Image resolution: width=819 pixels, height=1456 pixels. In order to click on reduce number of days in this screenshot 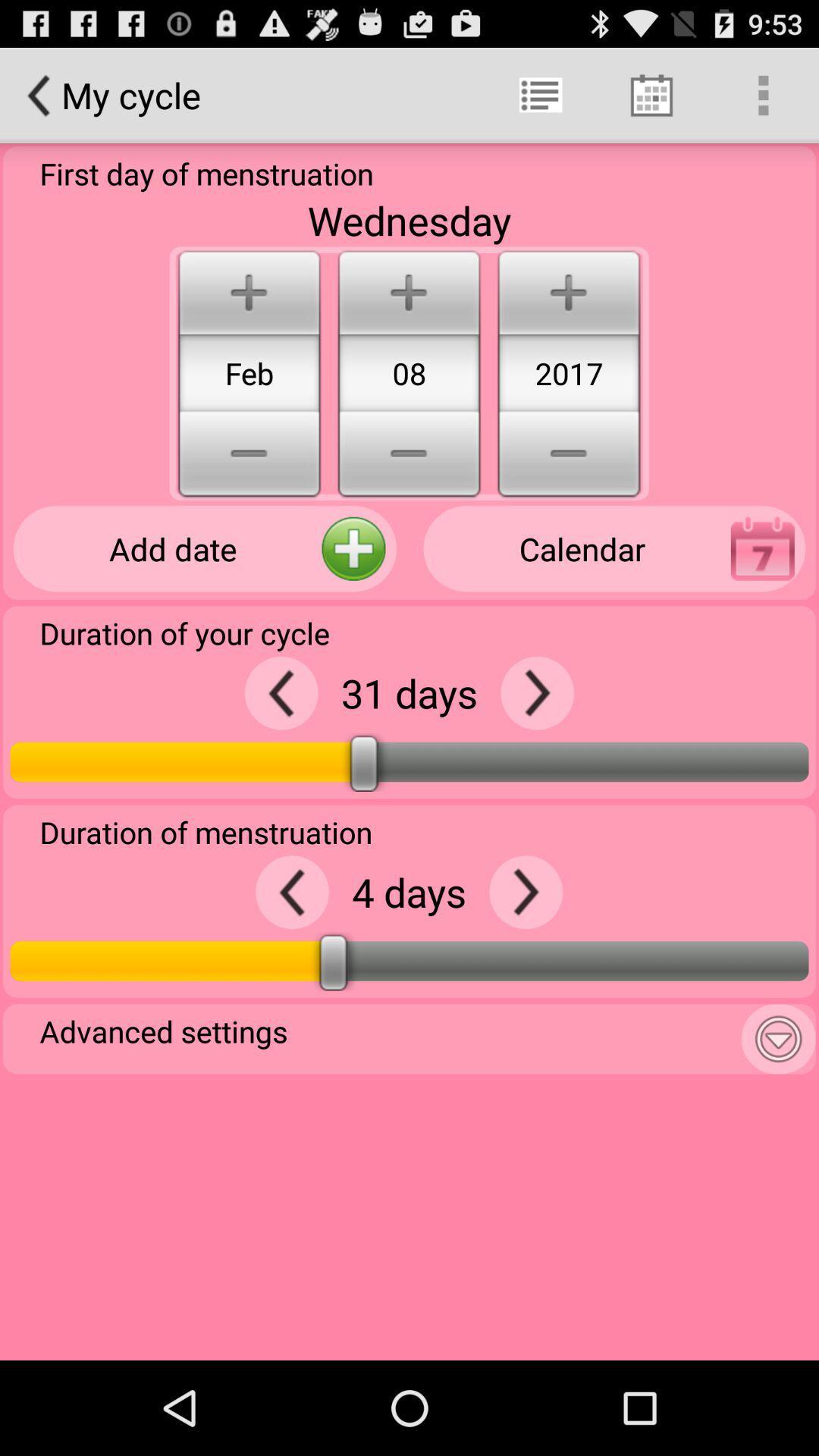, I will do `click(292, 892)`.